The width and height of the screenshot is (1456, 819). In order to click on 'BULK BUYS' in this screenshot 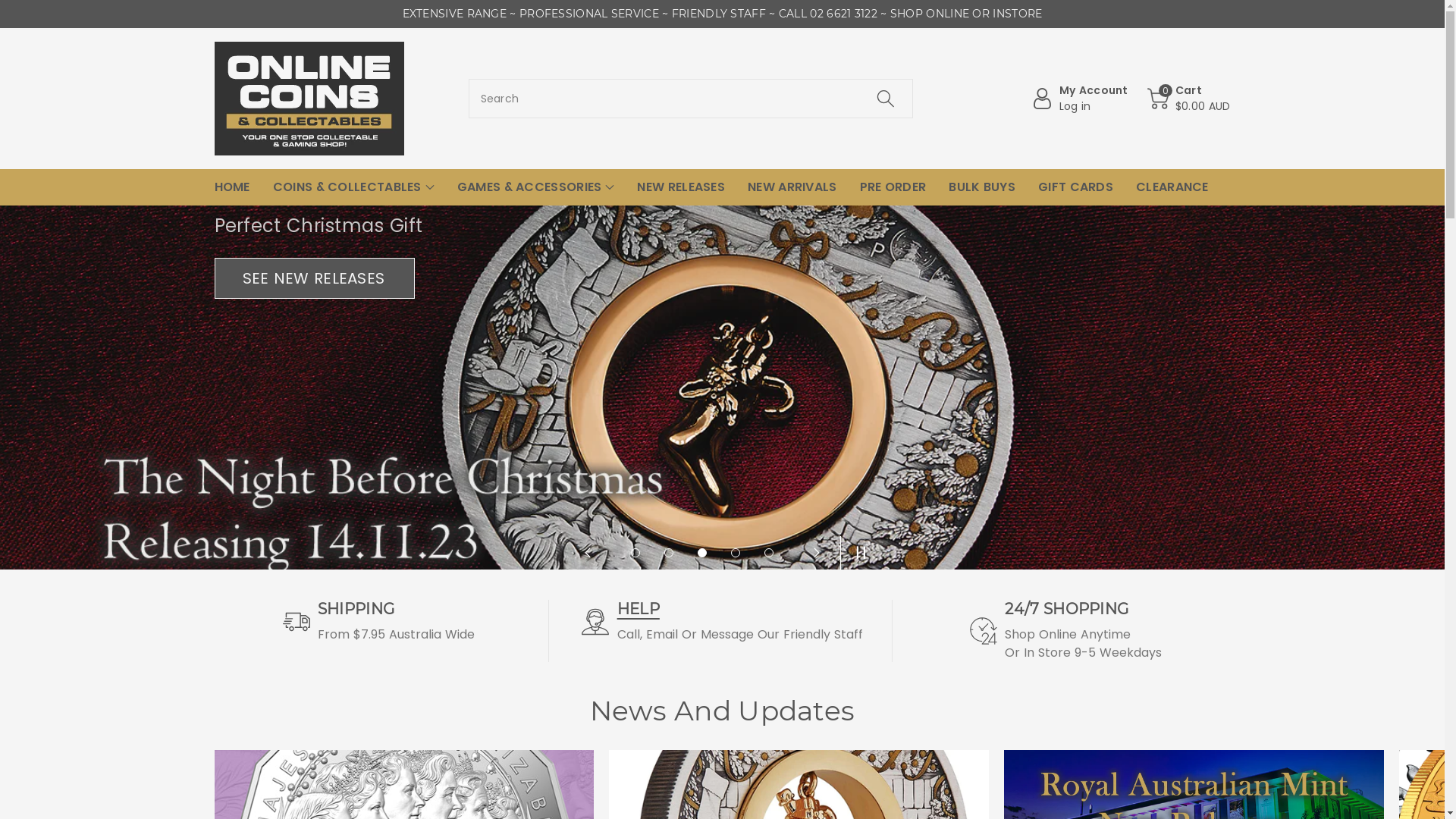, I will do `click(948, 186)`.